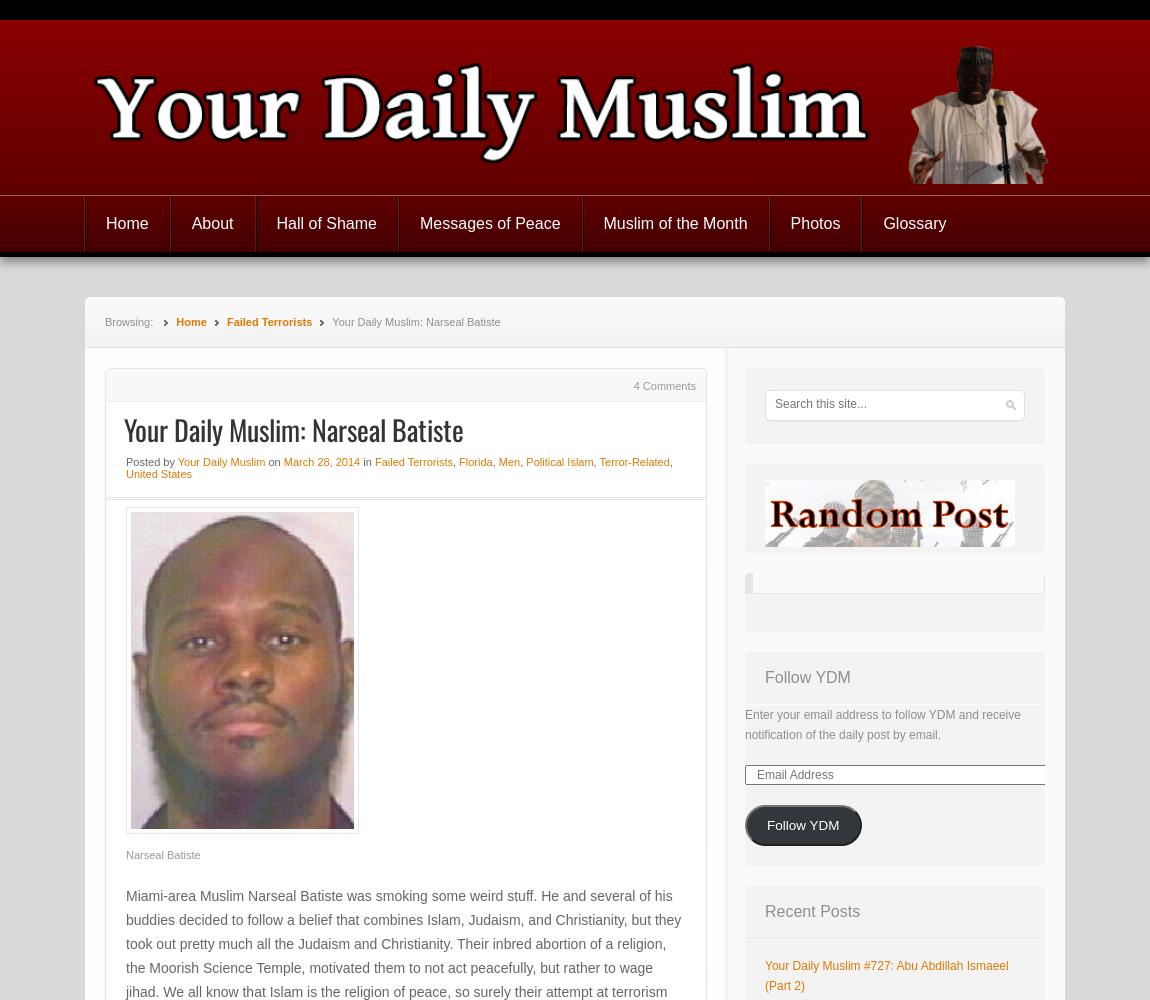 The width and height of the screenshot is (1150, 1000). What do you see at coordinates (886, 975) in the screenshot?
I see `'Your Daily Muslim #727: Abu Abdillah Ismaeel (Part 2)'` at bounding box center [886, 975].